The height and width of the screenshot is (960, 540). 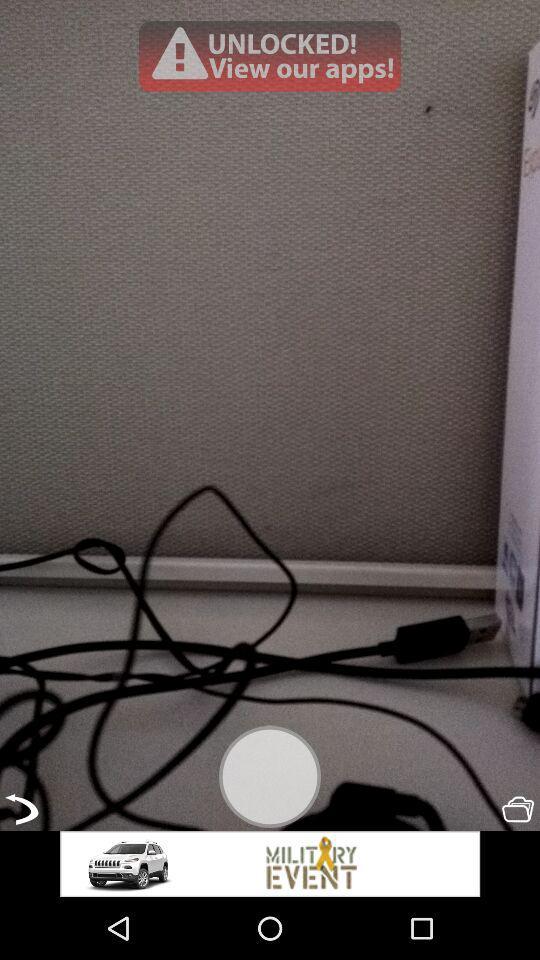 What do you see at coordinates (518, 865) in the screenshot?
I see `the folder icon` at bounding box center [518, 865].